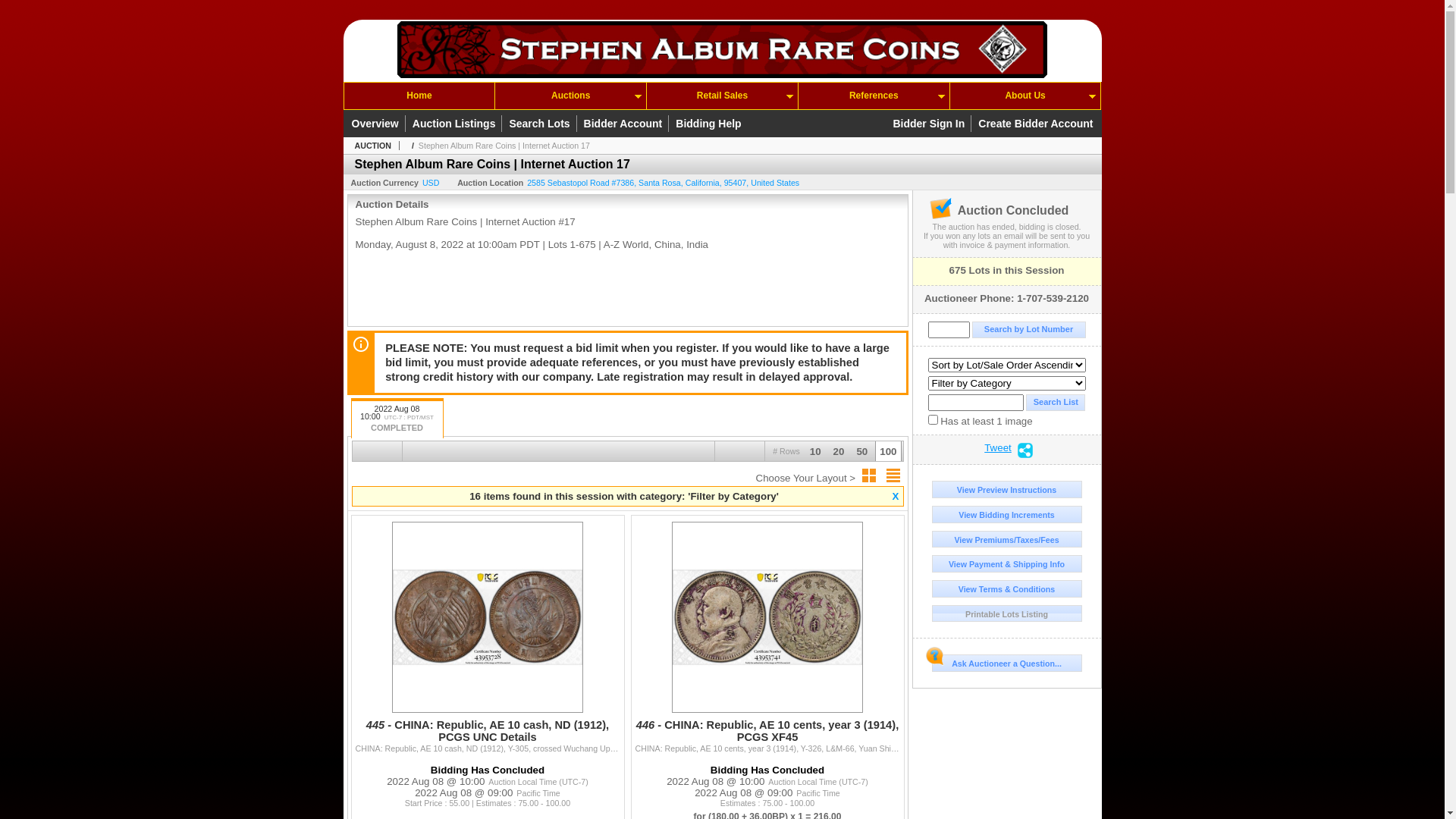 The image size is (1456, 819). What do you see at coordinates (949, 96) in the screenshot?
I see `'About Us'` at bounding box center [949, 96].